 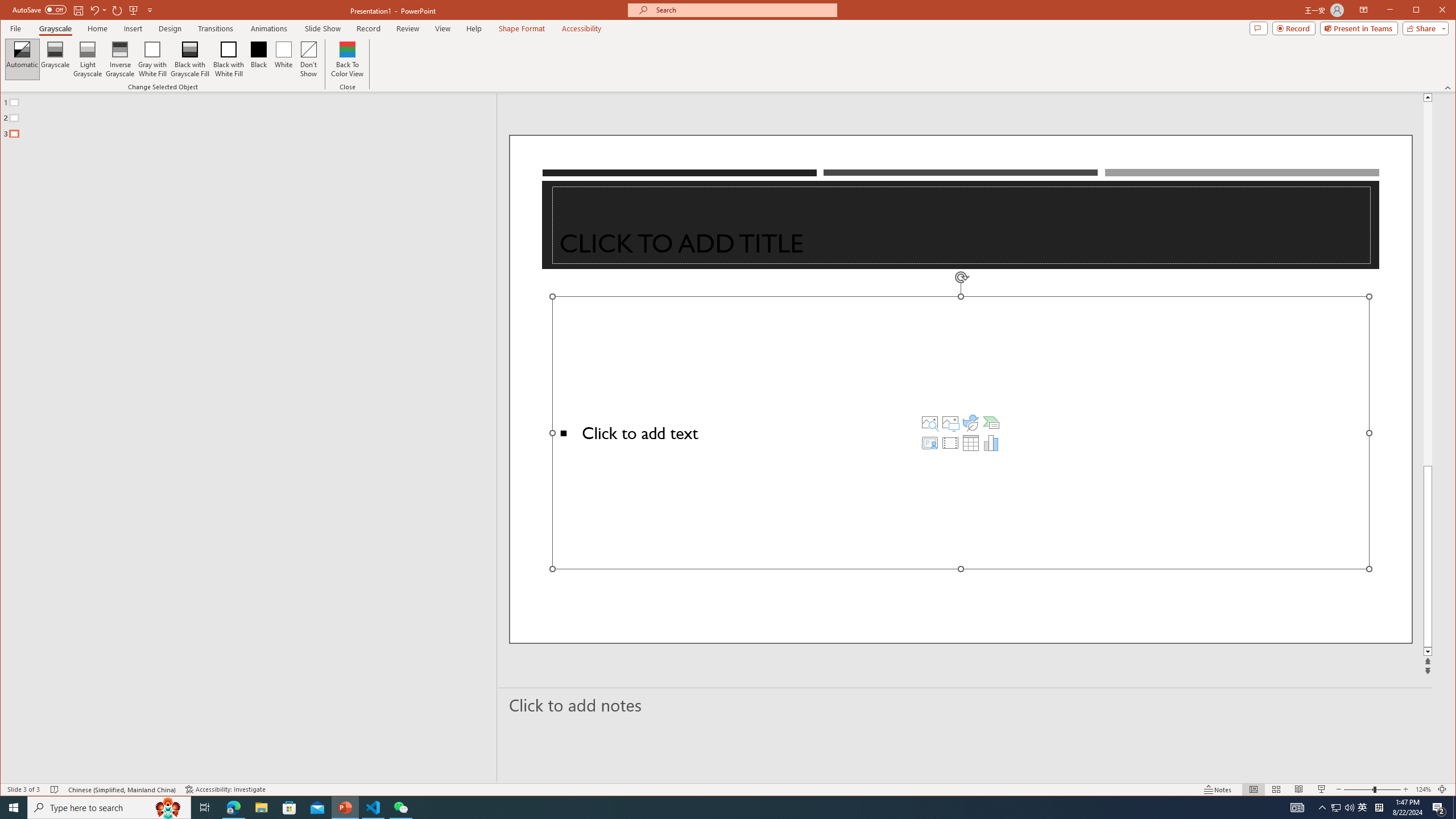 What do you see at coordinates (283, 59) in the screenshot?
I see `'White'` at bounding box center [283, 59].